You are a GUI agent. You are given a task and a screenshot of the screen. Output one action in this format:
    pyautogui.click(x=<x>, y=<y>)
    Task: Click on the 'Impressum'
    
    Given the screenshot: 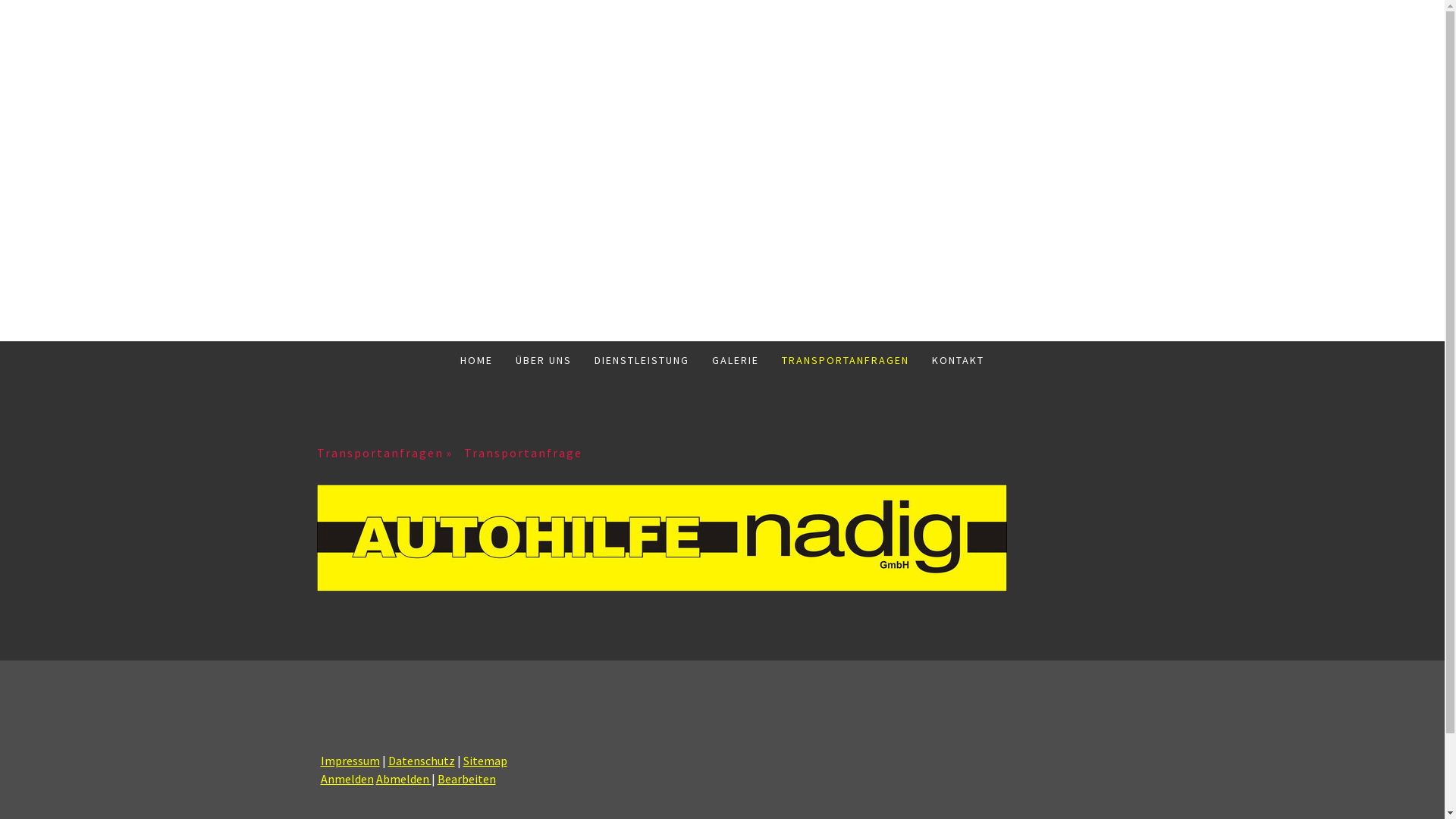 What is the action you would take?
    pyautogui.click(x=319, y=760)
    